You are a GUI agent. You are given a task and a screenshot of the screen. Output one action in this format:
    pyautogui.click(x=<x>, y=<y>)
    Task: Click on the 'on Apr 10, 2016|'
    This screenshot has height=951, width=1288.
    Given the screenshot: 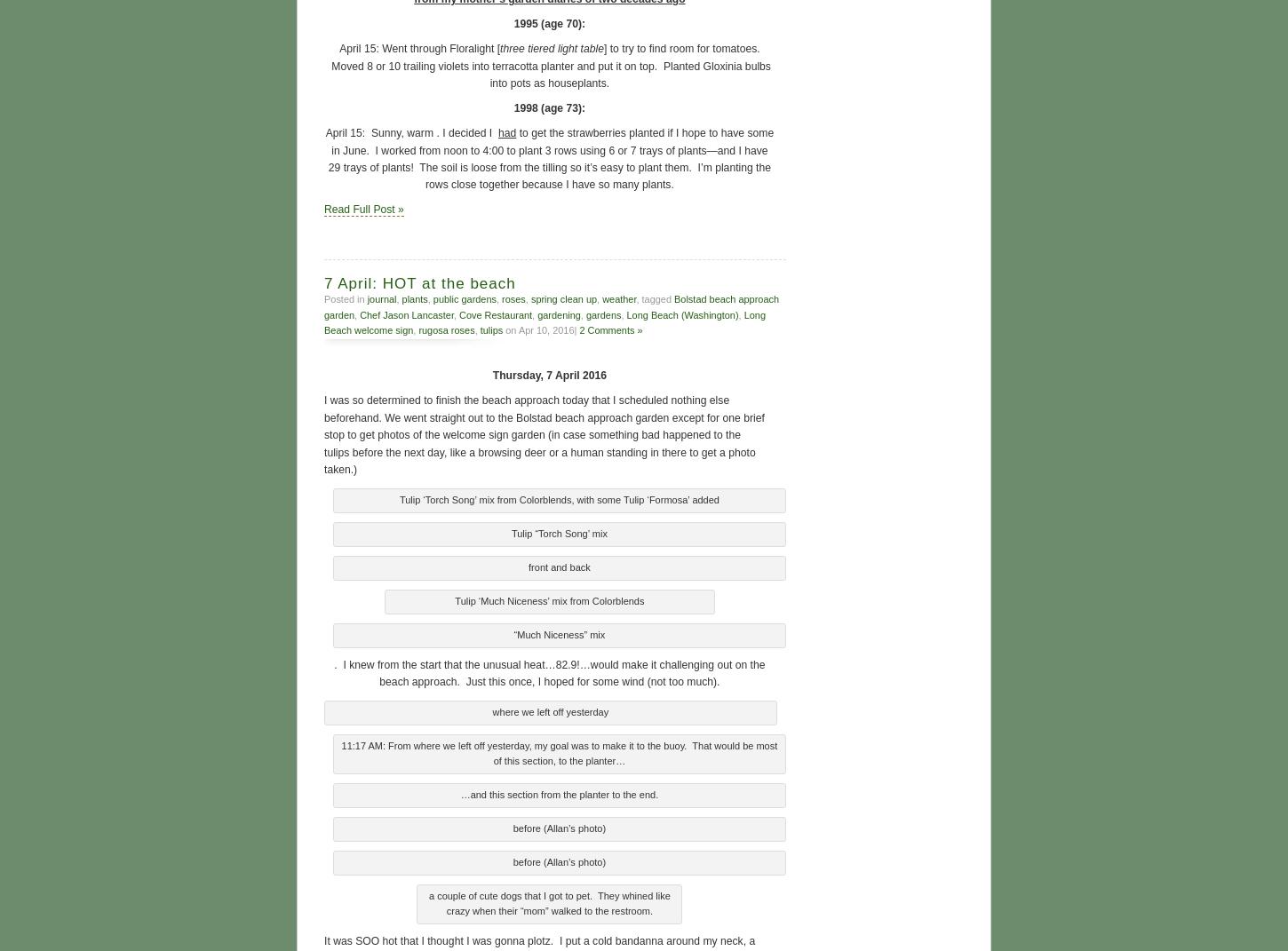 What is the action you would take?
    pyautogui.click(x=540, y=328)
    